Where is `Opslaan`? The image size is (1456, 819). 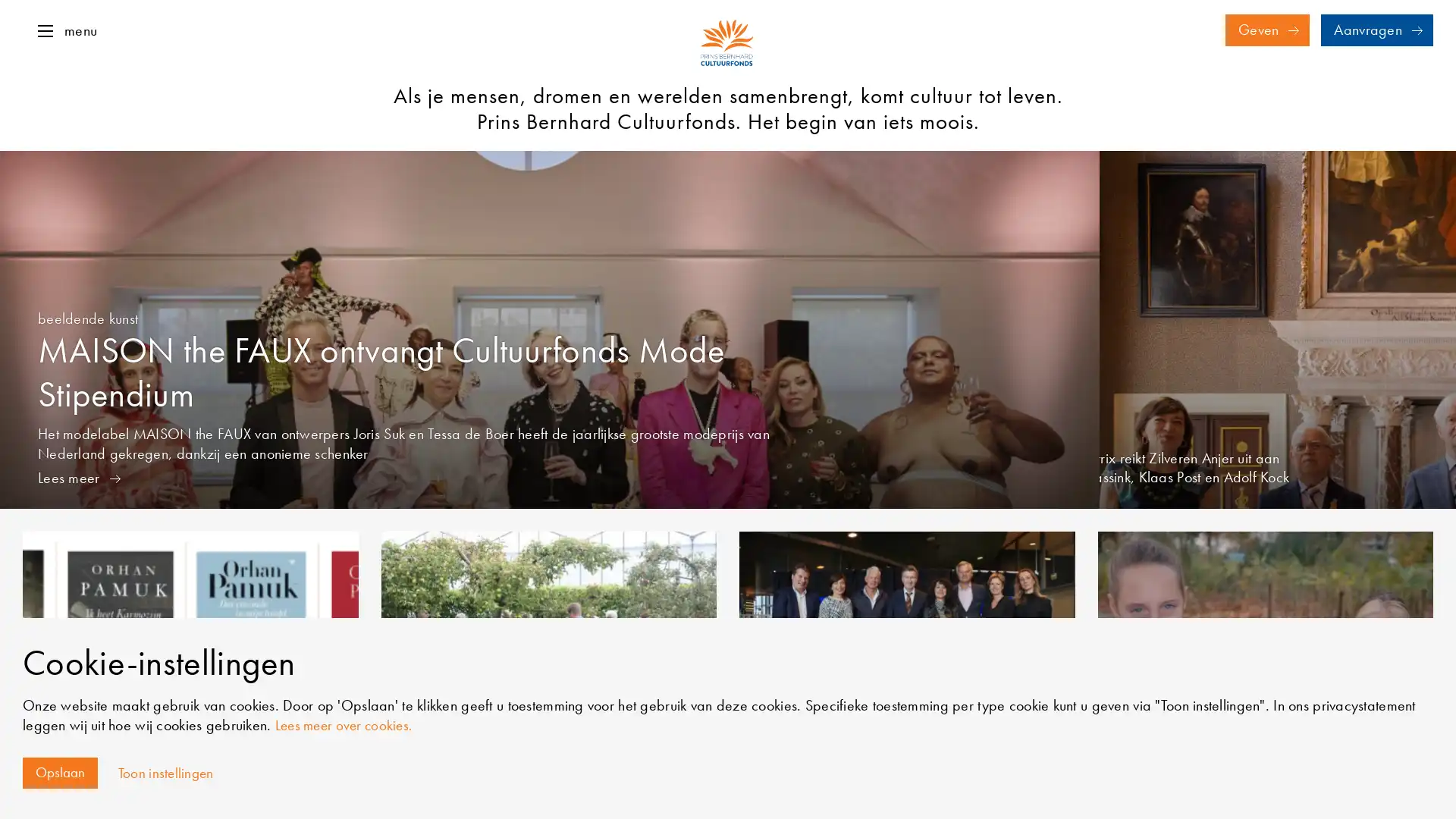
Opslaan is located at coordinates (61, 772).